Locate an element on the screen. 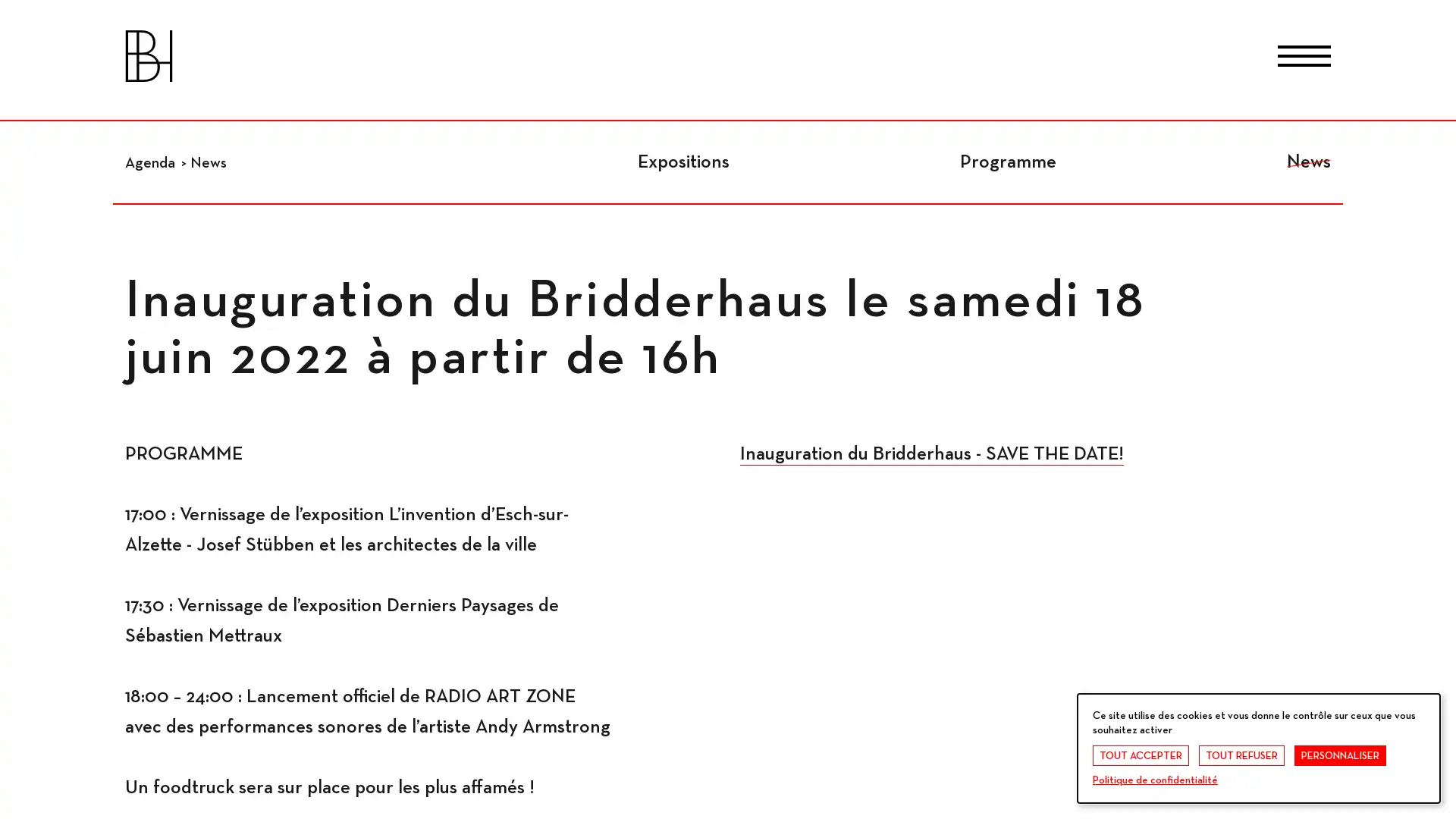  PERSONNALISER is located at coordinates (1340, 755).